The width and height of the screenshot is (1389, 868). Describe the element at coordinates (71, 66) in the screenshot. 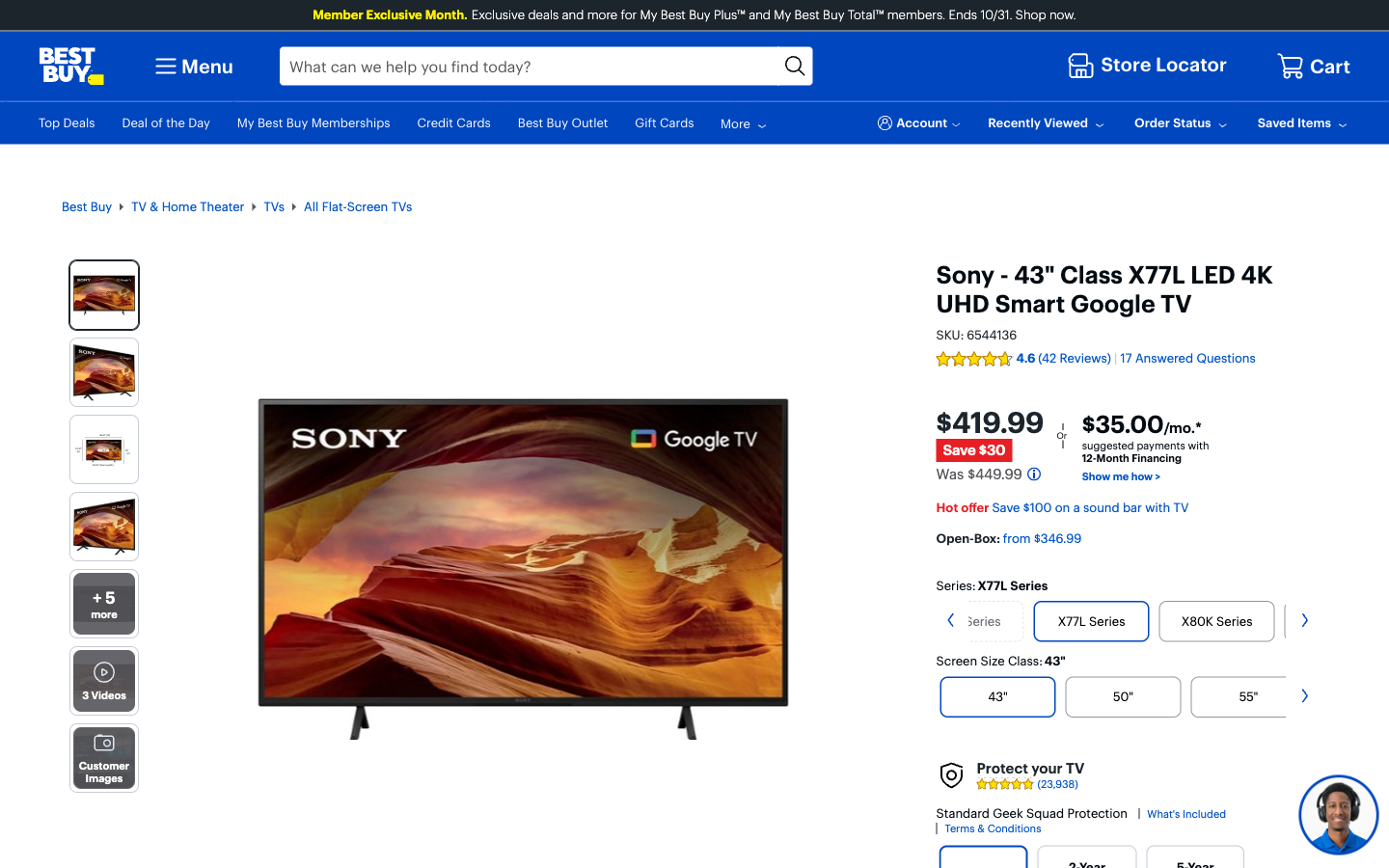

I see `Go to Best Buy home by clicking on the top left icon` at that location.